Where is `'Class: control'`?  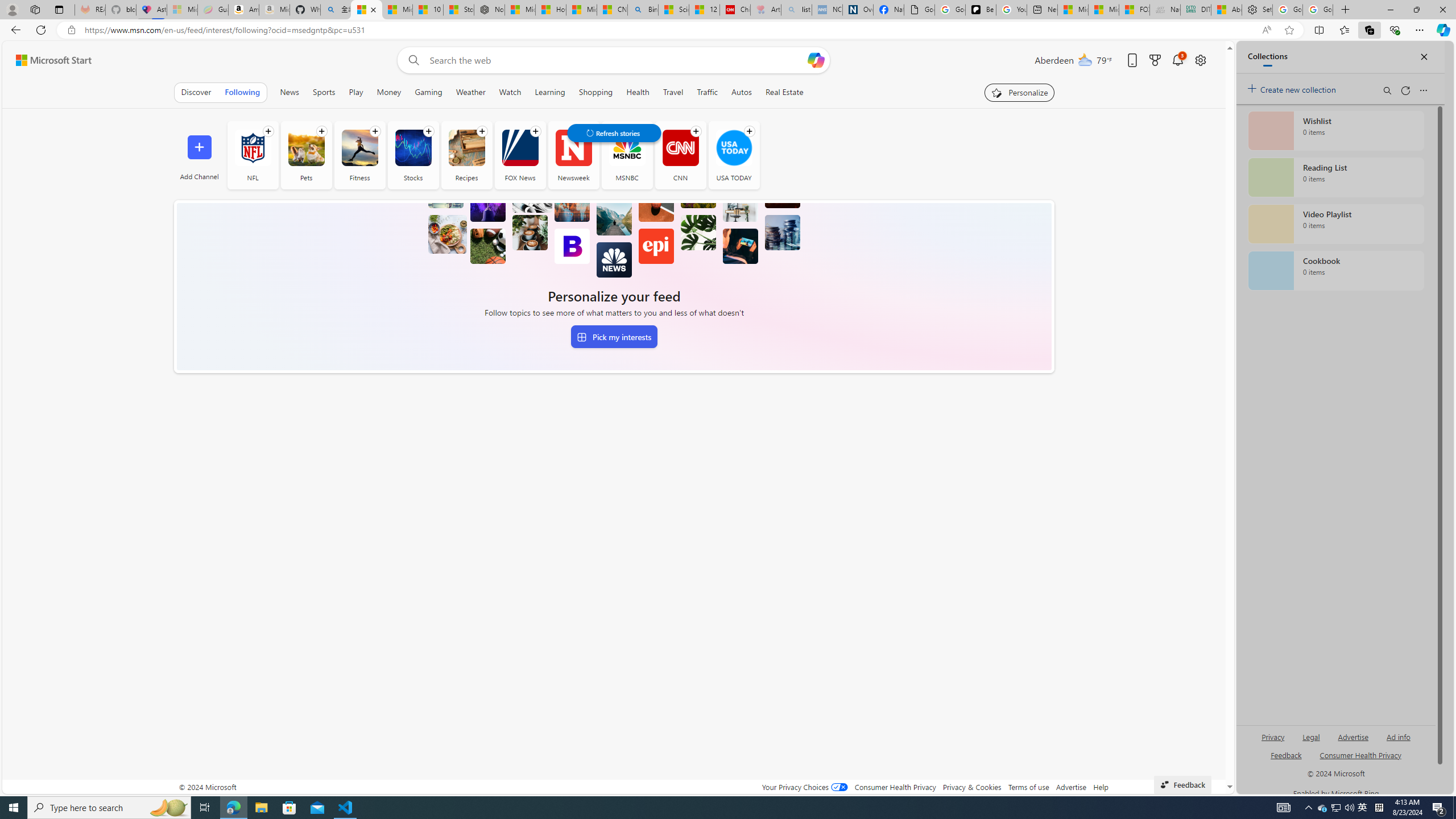
'Class: control' is located at coordinates (614, 133).